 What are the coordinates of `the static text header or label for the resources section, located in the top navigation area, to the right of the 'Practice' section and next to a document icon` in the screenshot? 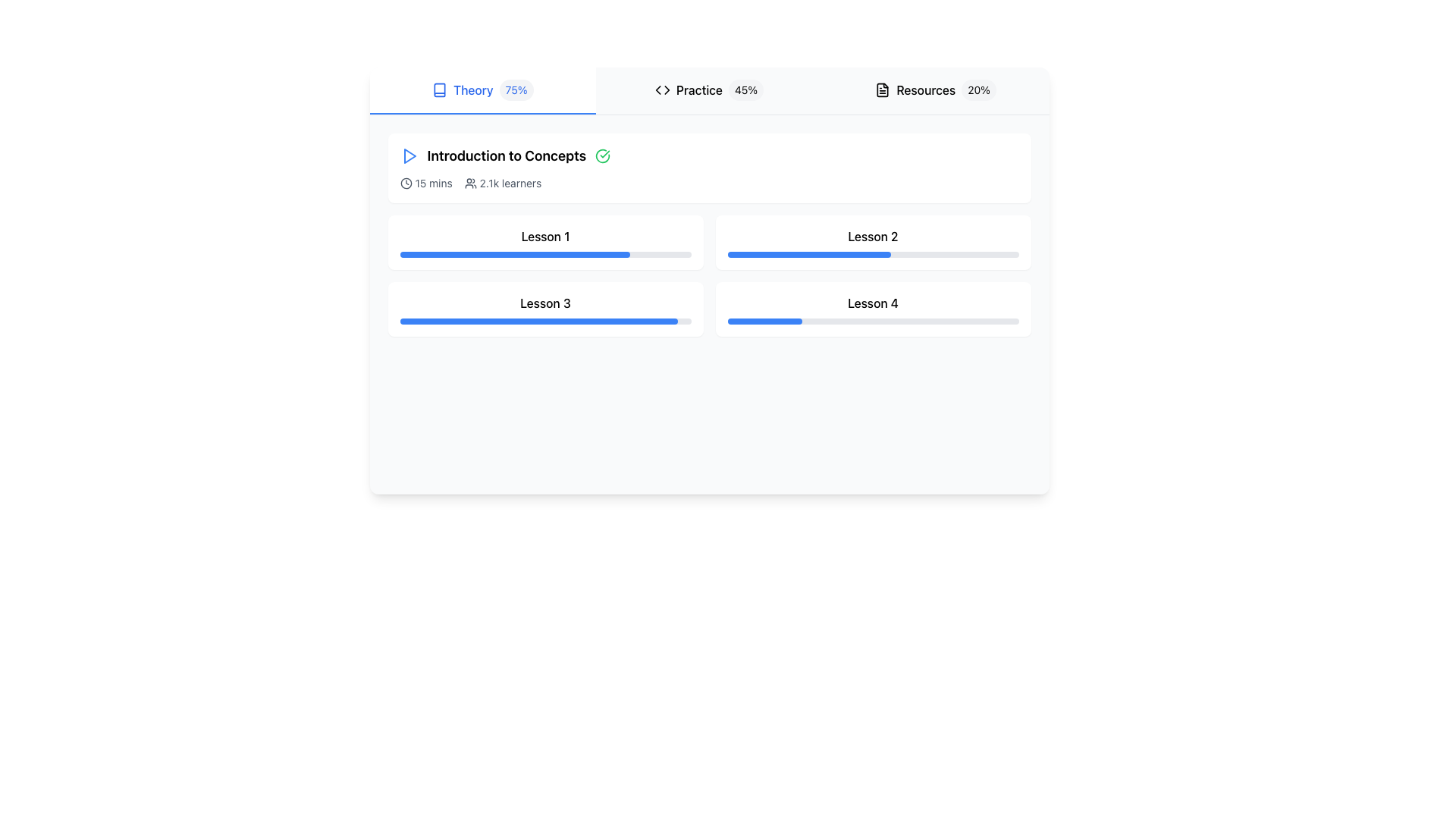 It's located at (925, 90).